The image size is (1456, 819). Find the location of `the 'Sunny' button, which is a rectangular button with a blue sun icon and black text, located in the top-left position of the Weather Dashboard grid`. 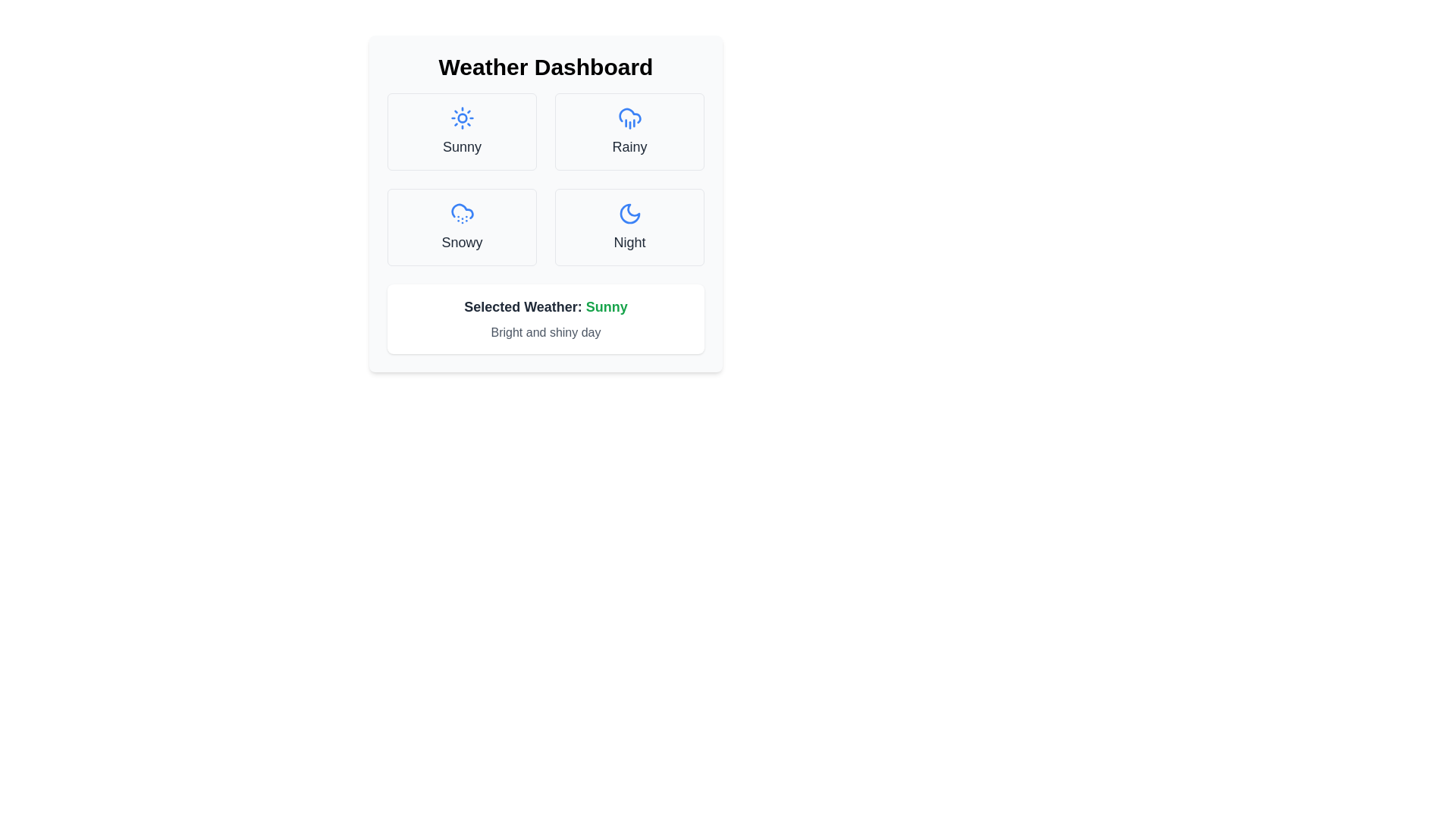

the 'Sunny' button, which is a rectangular button with a blue sun icon and black text, located in the top-left position of the Weather Dashboard grid is located at coordinates (461, 130).